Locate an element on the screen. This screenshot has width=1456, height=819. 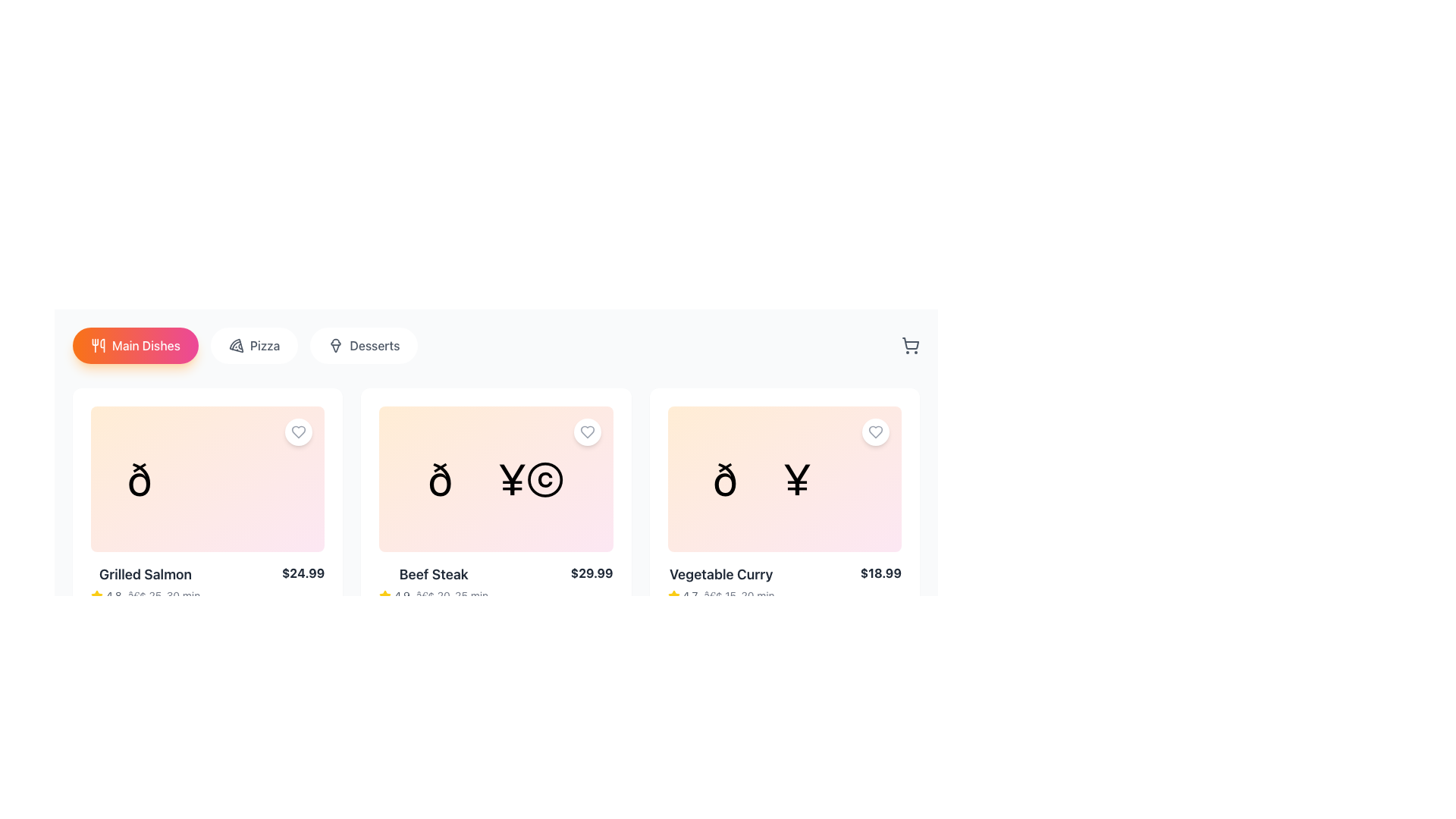
the first card in the grid of food items located beneath the 'Main Dishes' section is located at coordinates (207, 523).